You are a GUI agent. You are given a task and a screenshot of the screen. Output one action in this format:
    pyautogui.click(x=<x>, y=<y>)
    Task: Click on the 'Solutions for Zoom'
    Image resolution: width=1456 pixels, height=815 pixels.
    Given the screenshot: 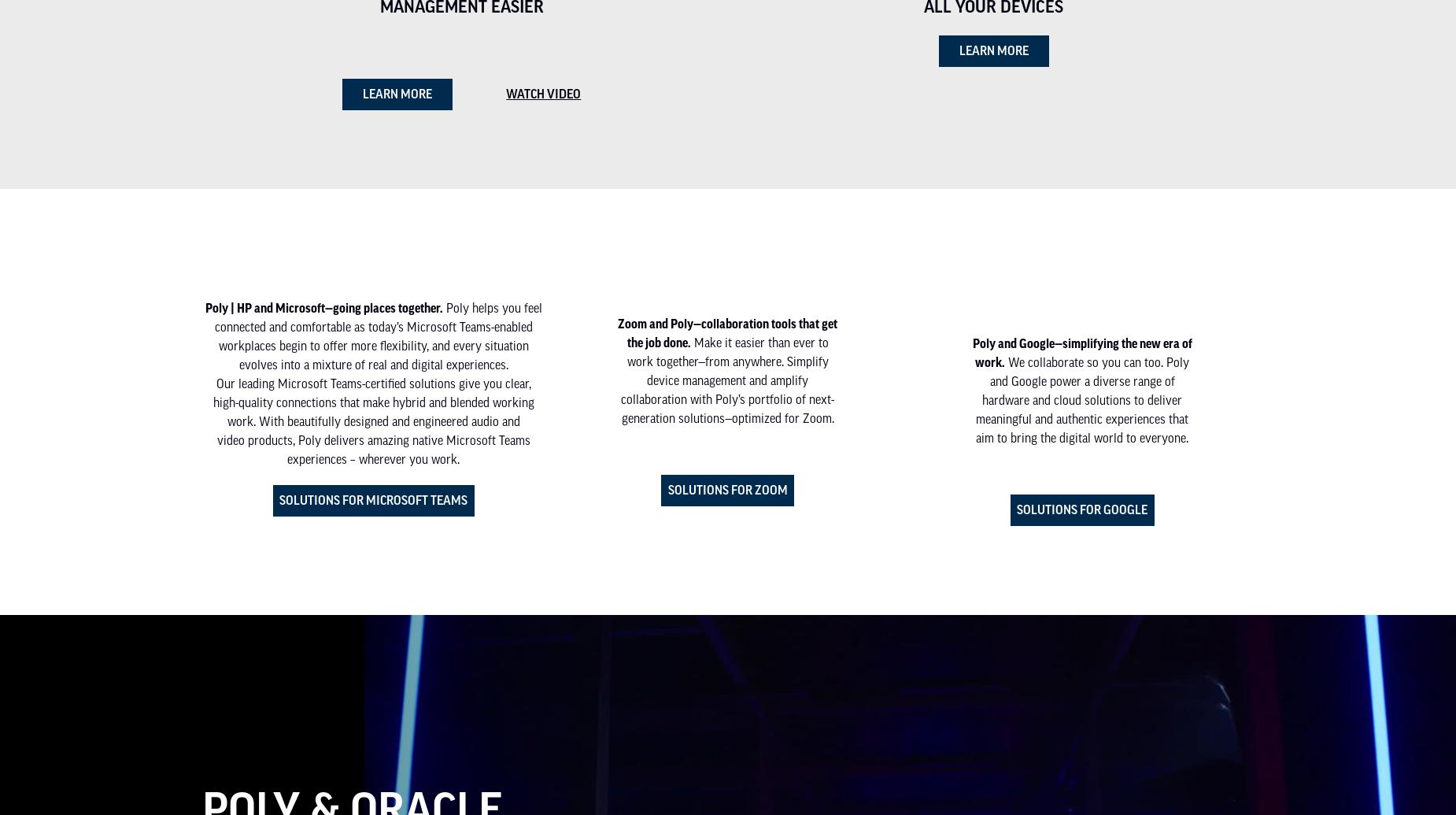 What is the action you would take?
    pyautogui.click(x=727, y=489)
    